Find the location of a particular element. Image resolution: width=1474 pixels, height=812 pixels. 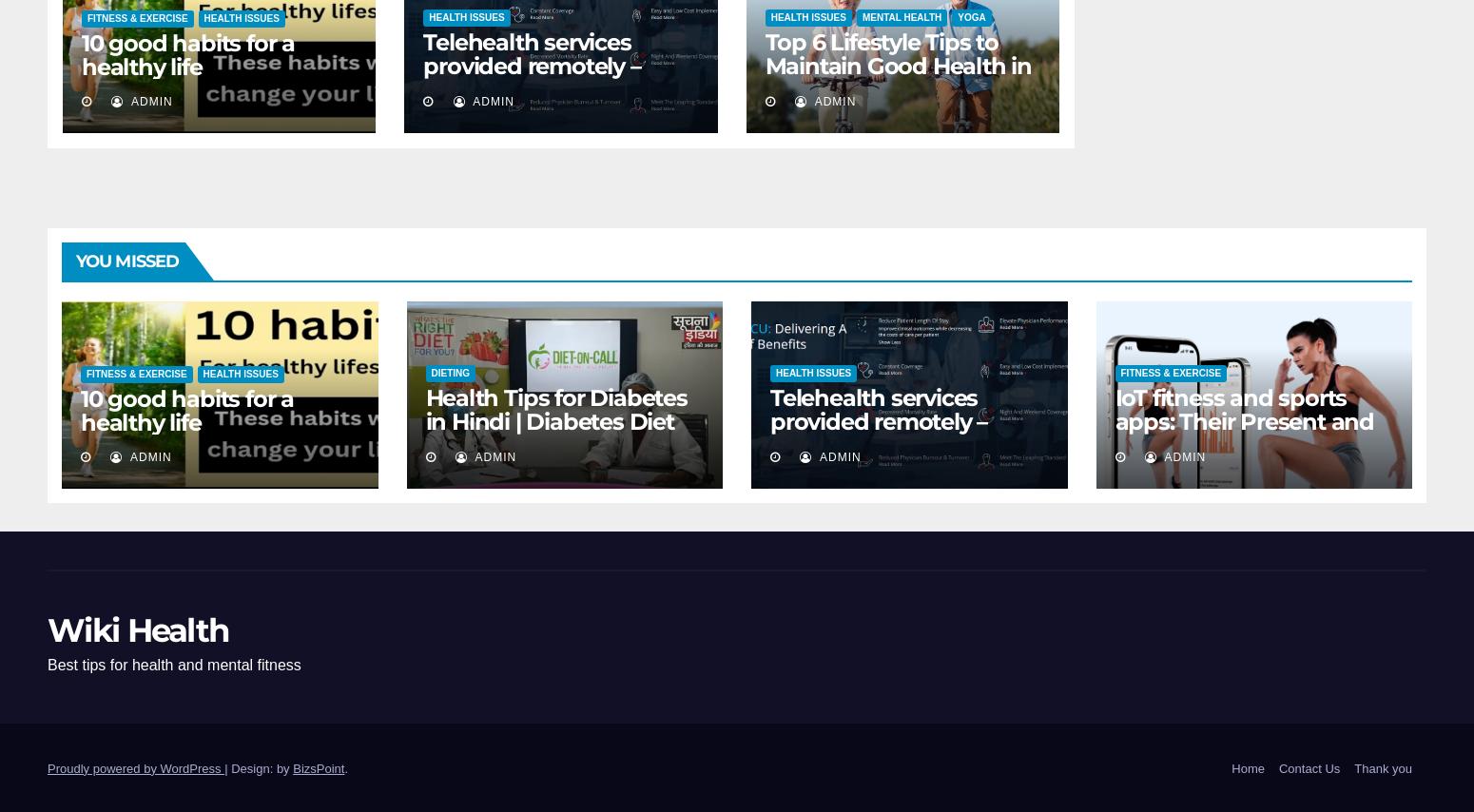

'.' is located at coordinates (344, 766).